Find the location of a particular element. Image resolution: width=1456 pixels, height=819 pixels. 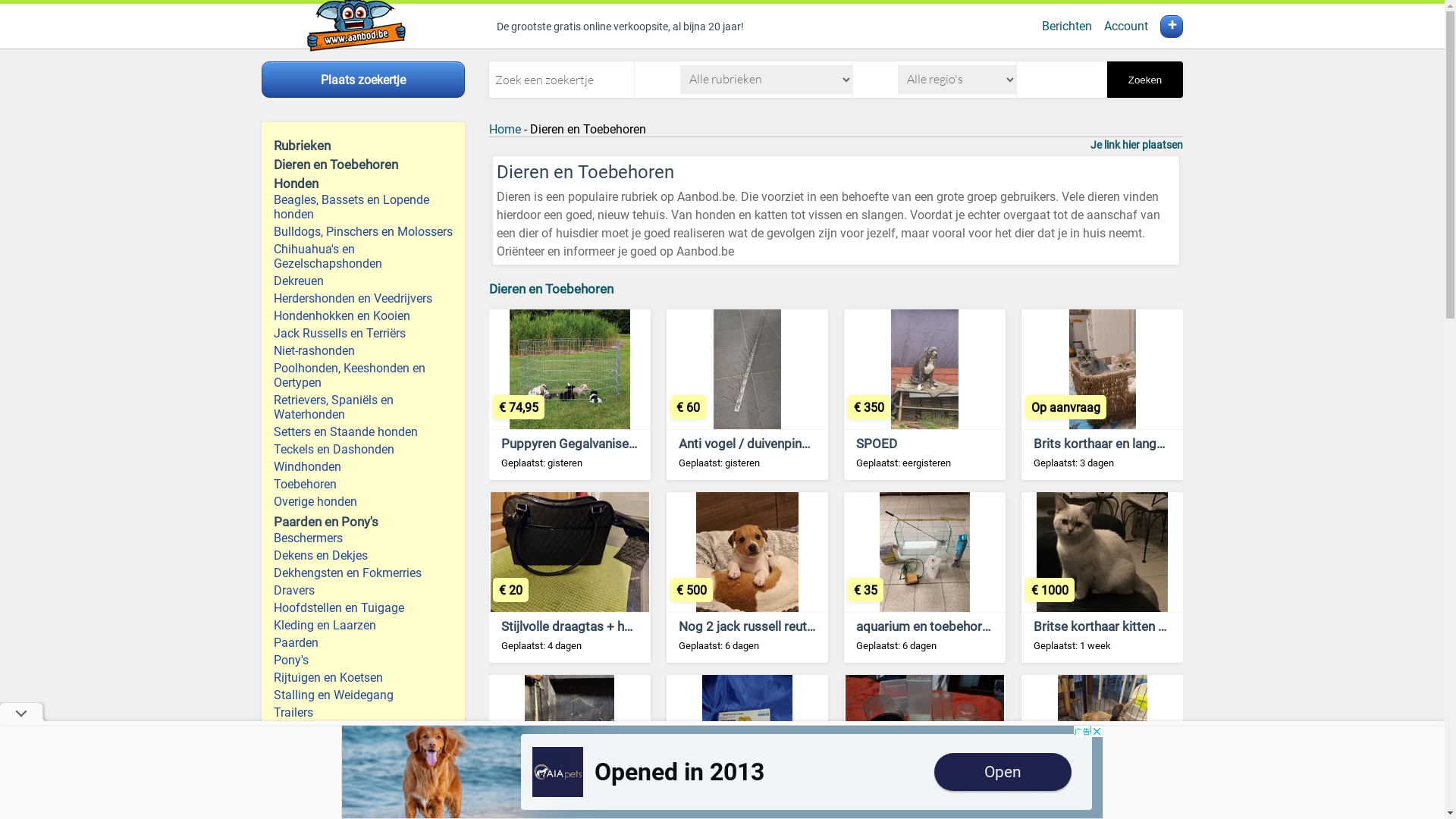

'Trailers' is located at coordinates (362, 712).